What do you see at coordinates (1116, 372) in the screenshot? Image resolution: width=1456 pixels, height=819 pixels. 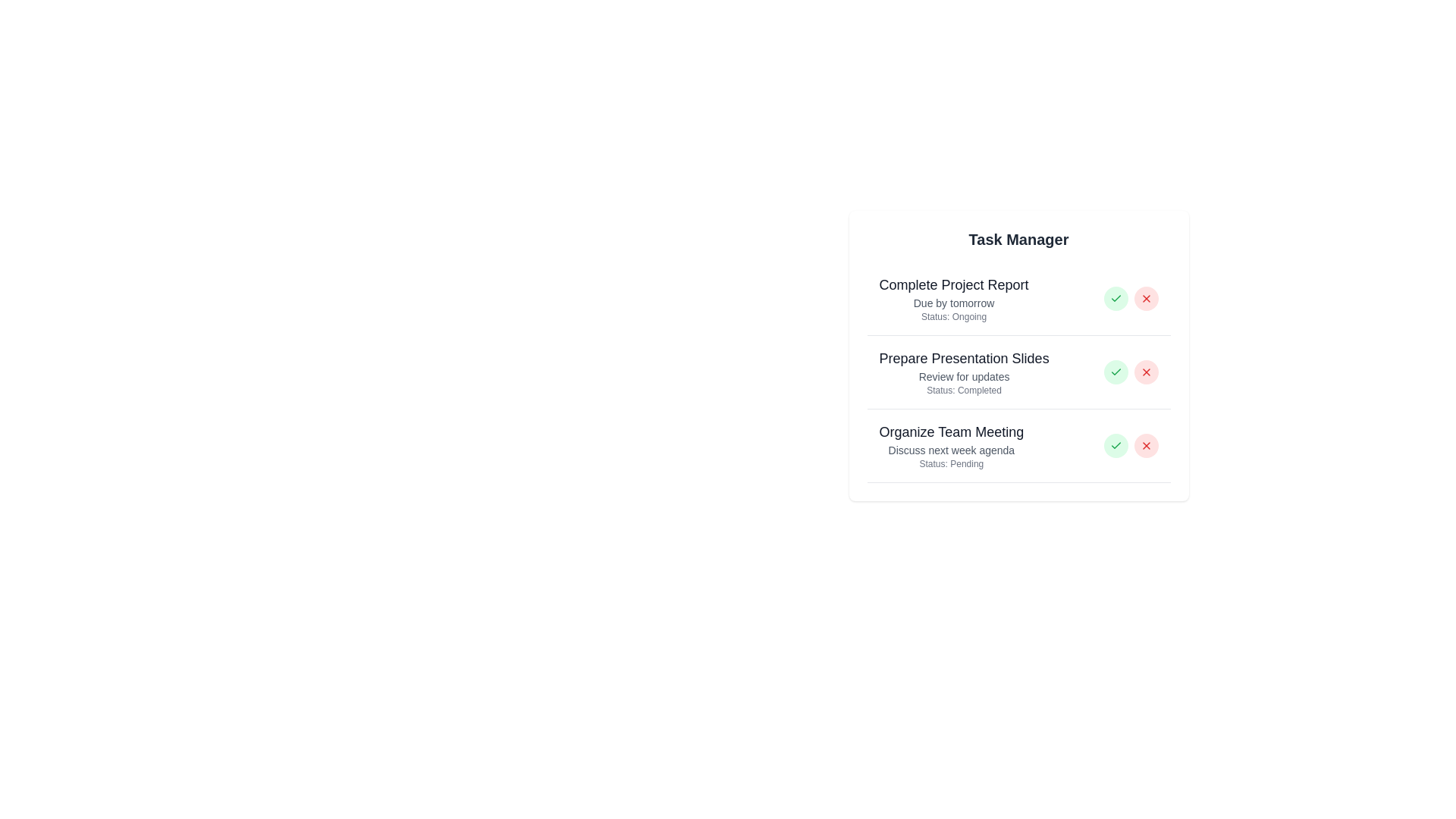 I see `the small, rounded green button with a checkmark icon located in the task list interface under 'Prepare Presentation Slides'` at bounding box center [1116, 372].